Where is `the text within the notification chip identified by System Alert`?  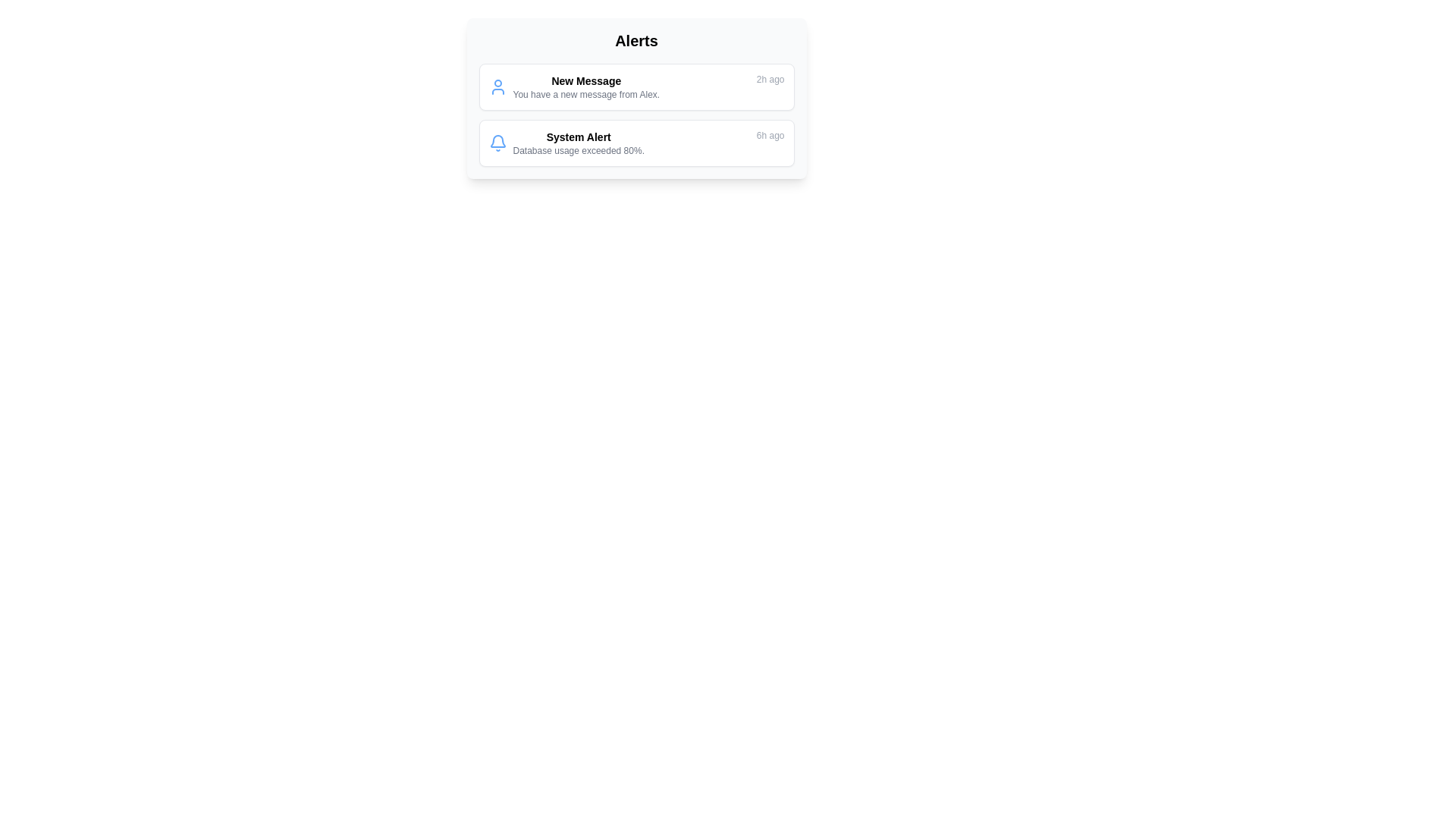 the text within the notification chip identified by System Alert is located at coordinates (566, 143).